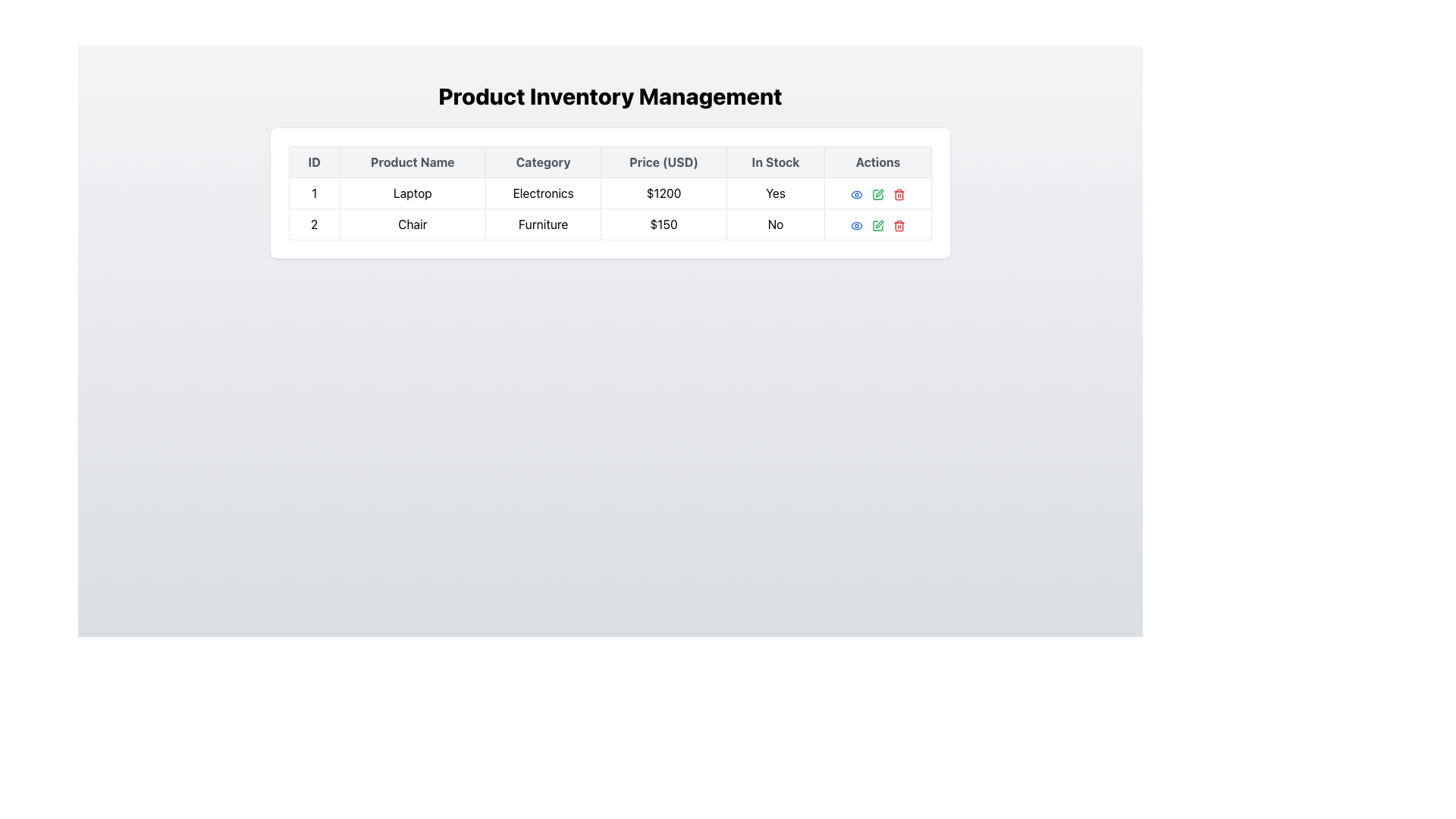 This screenshot has height=819, width=1456. What do you see at coordinates (664, 192) in the screenshot?
I see `price of the product displayed as static text in the 'Price (USD)' column of the first row in the 'Product Inventory Management' table, which indicates the price of 'Laptop Electronics' as $1200` at bounding box center [664, 192].